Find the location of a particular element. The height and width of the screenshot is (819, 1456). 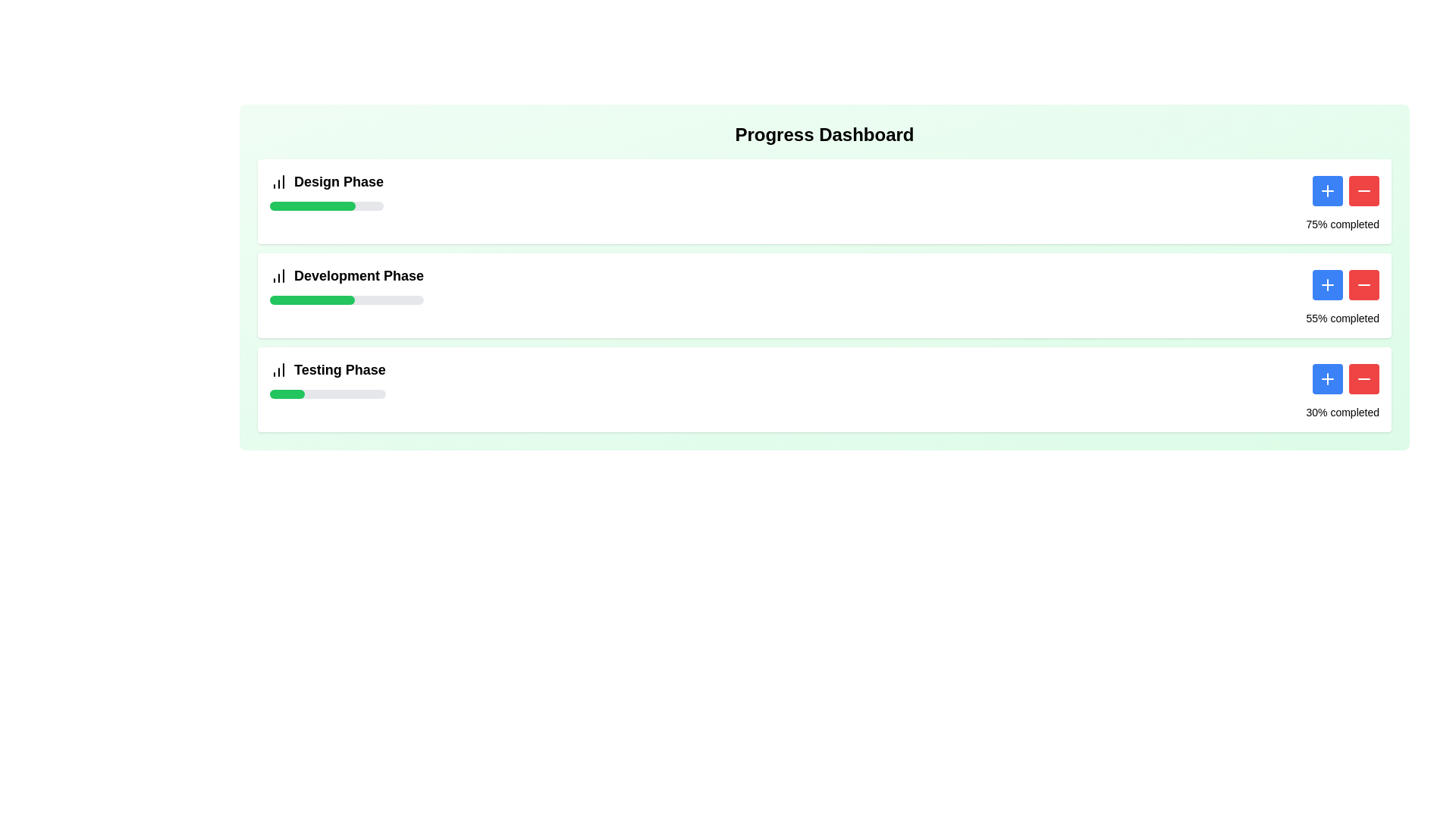

the 'Development Phase' text label with an icon that indicates progress, which is the second item in a vertical list of phases, positioned below 'Design Phase' is located at coordinates (346, 275).